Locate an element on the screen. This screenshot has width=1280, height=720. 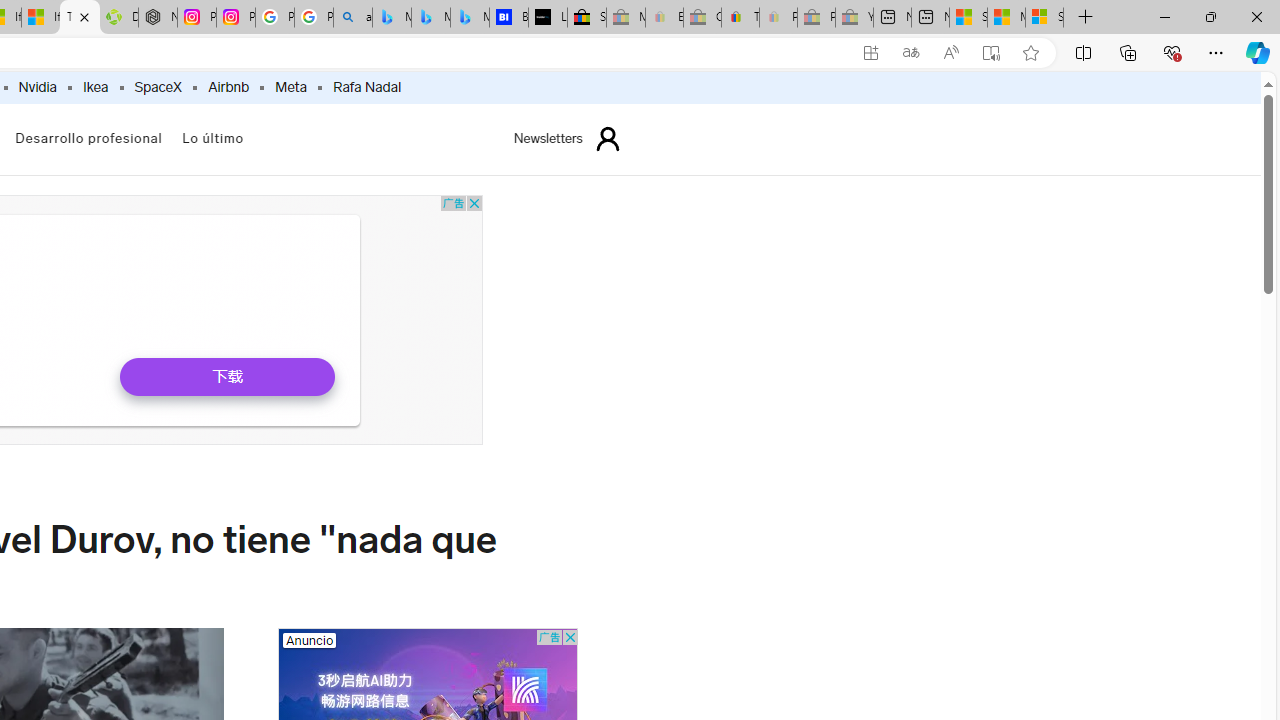
'Selling on eBay | Electronics, Fashion, Home & Garden | eBay' is located at coordinates (585, 17).